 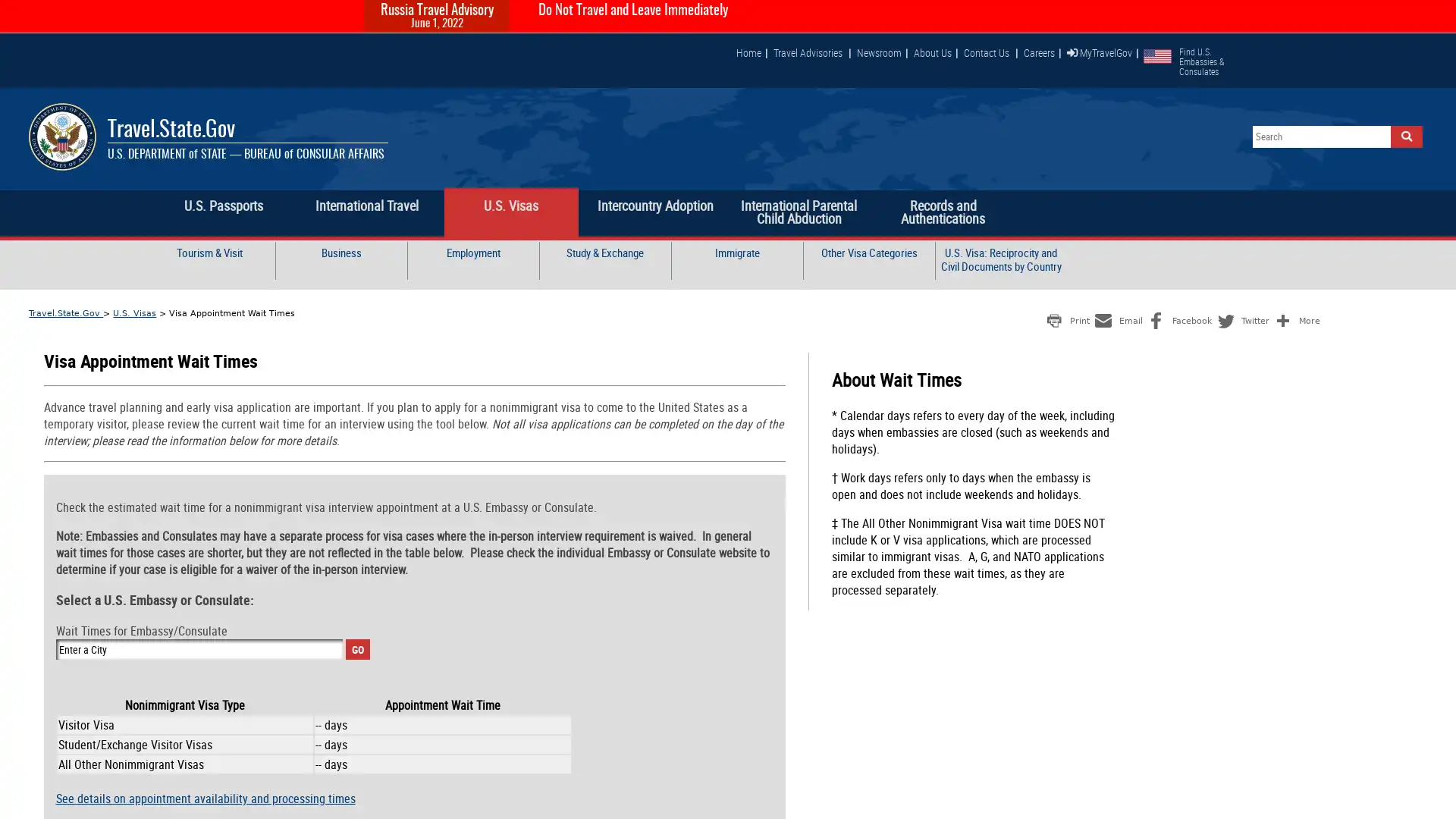 I want to click on Share to More More, so click(x=1295, y=318).